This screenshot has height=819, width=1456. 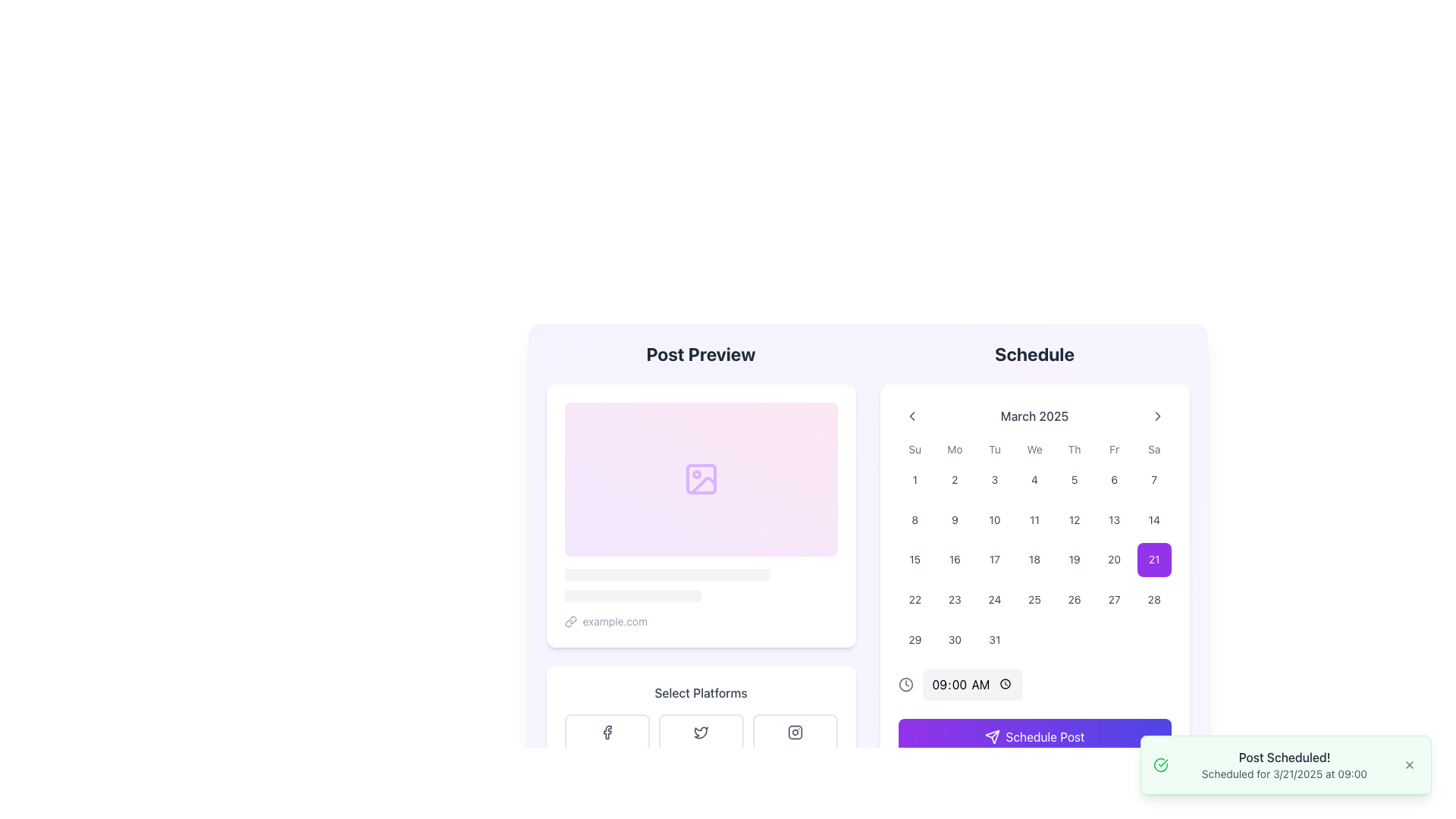 What do you see at coordinates (914, 480) in the screenshot?
I see `from the square button labeled '1' in the calendar grid` at bounding box center [914, 480].